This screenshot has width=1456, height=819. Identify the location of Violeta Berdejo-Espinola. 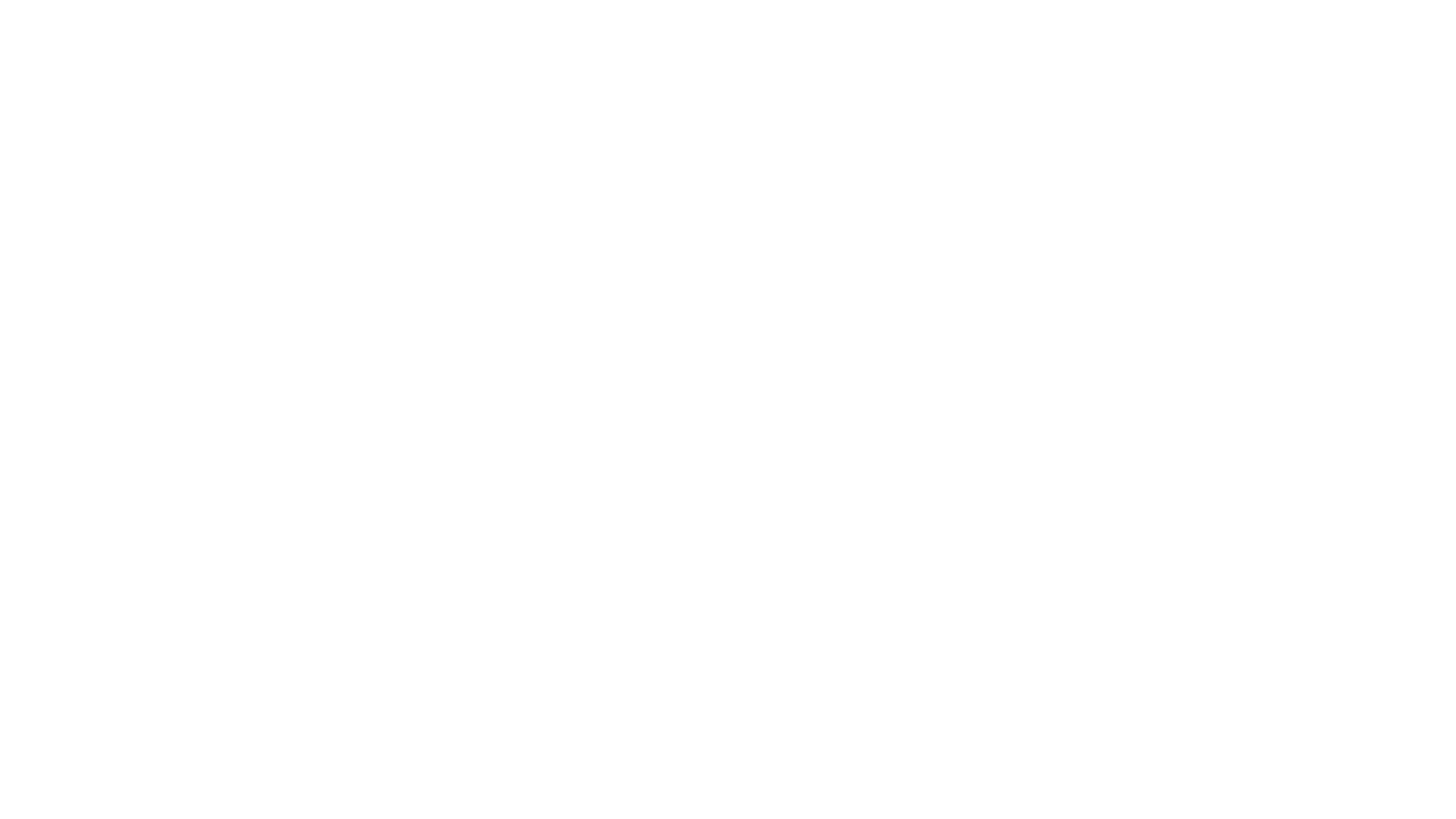
(288, 174).